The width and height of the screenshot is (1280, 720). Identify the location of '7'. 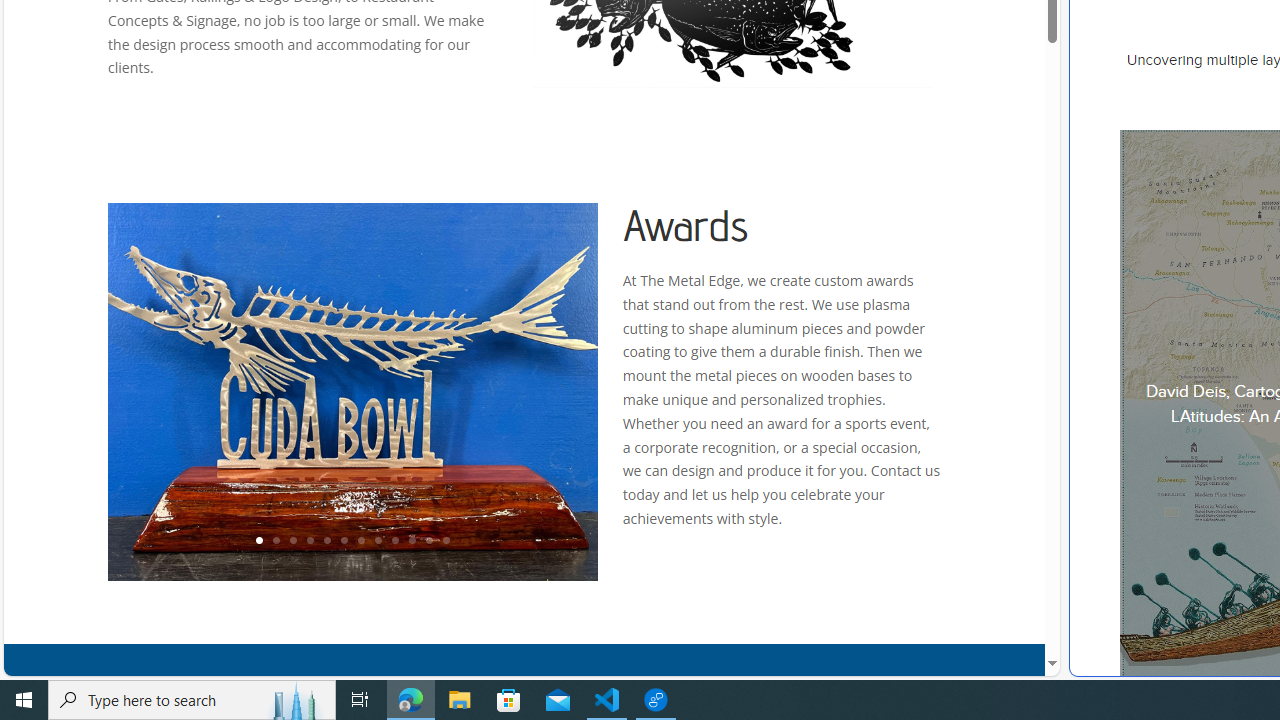
(360, 541).